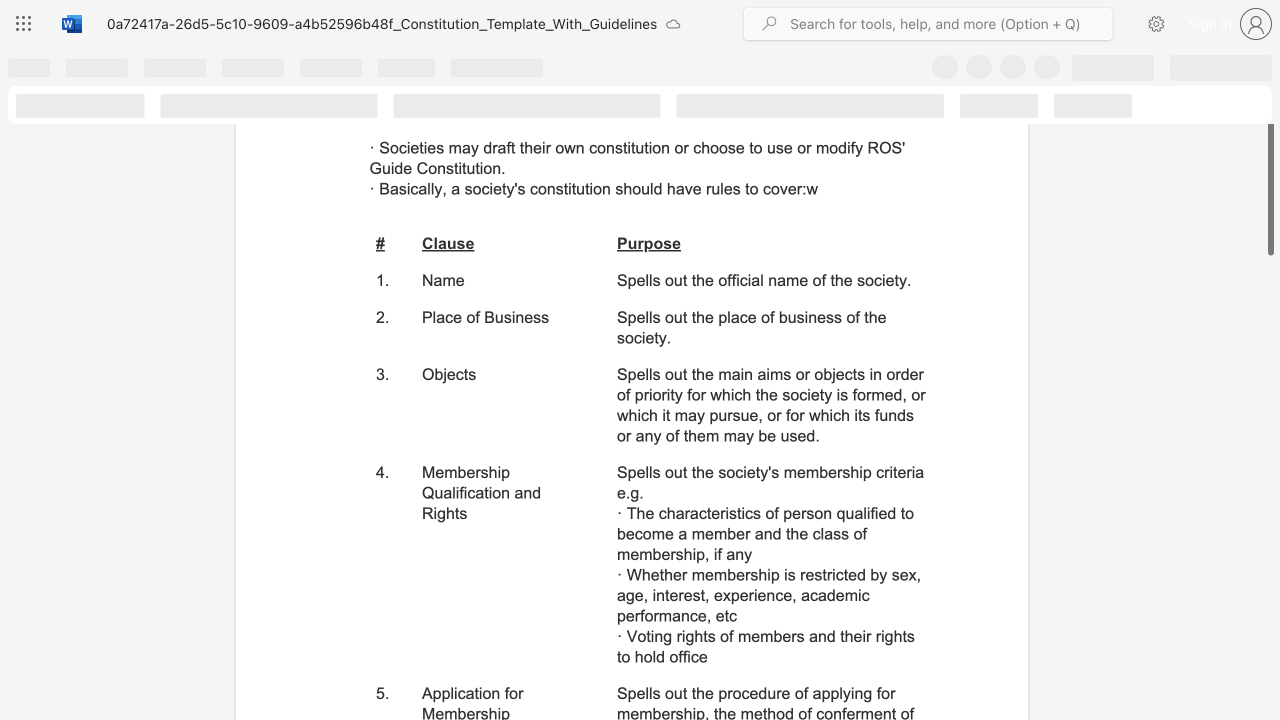  Describe the element at coordinates (1269, 163) in the screenshot. I see `the scrollbar and move down 420 pixels` at that location.